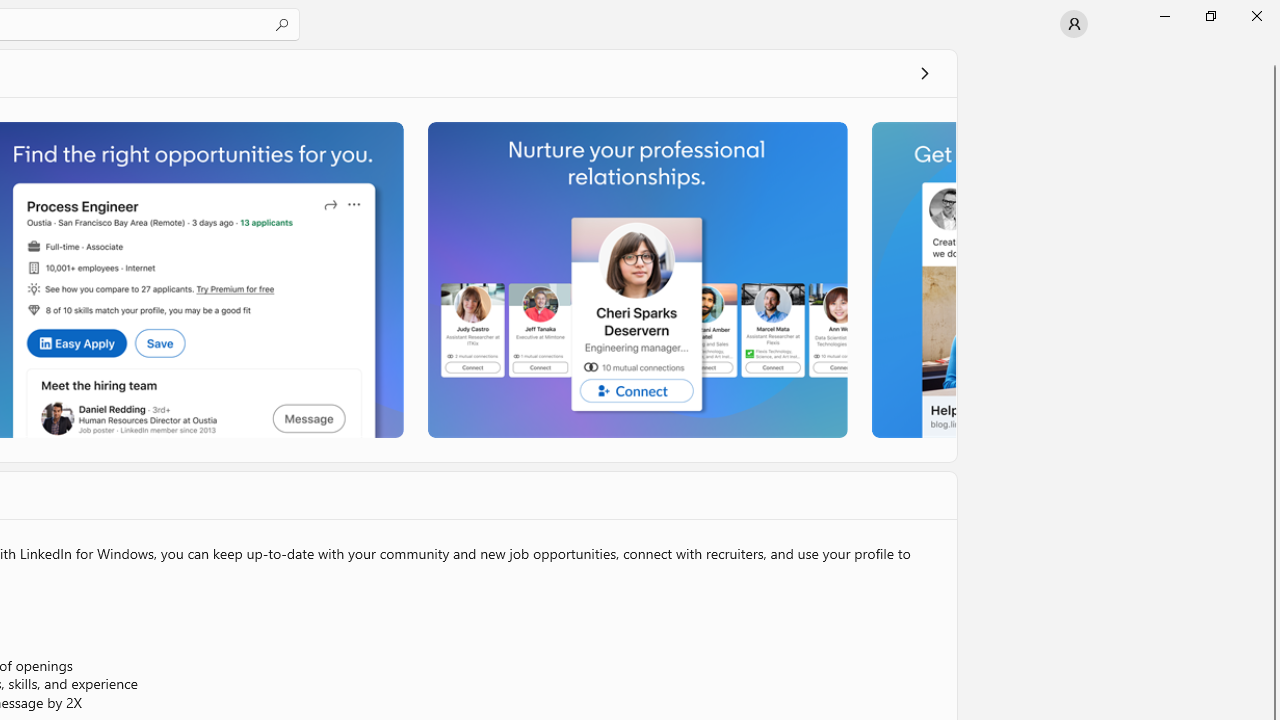  I want to click on 'Minimize Microsoft Store', so click(1164, 15).